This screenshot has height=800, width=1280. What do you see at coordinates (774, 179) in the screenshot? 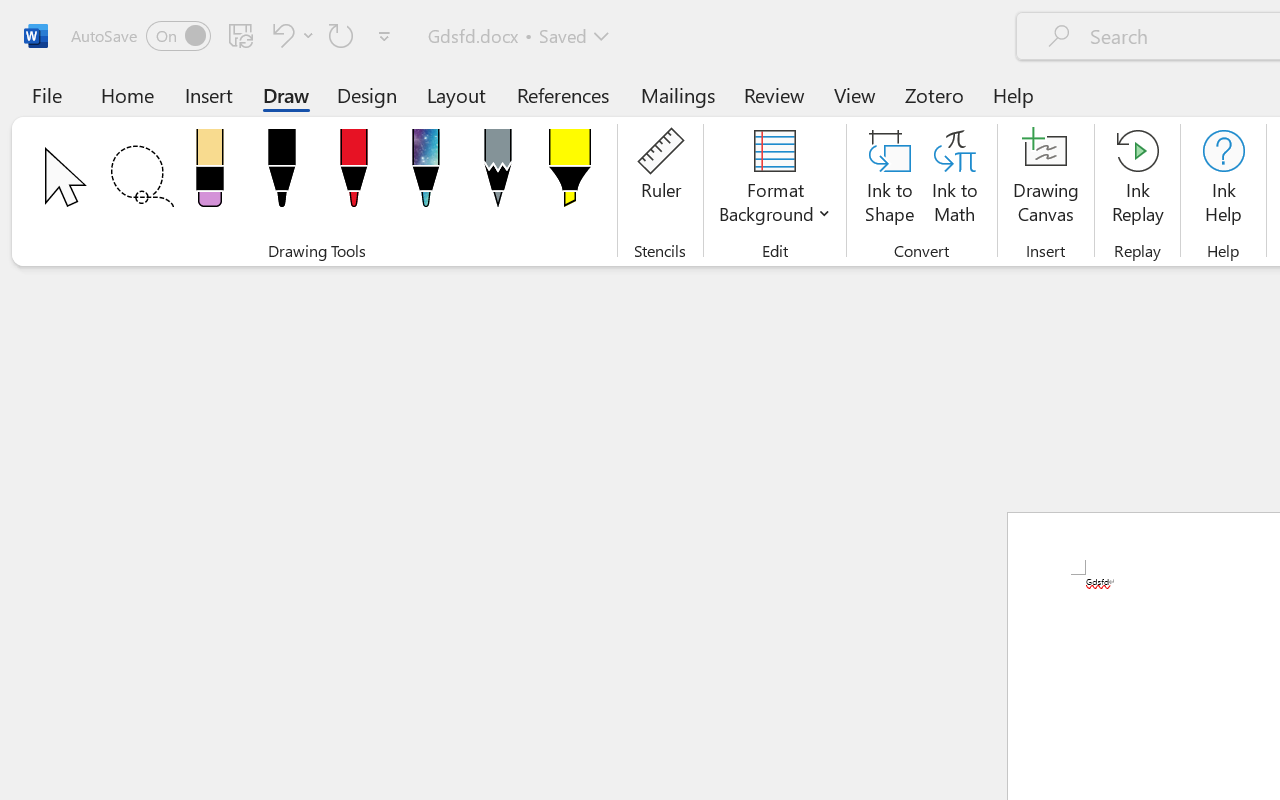
I see `'Format Background'` at bounding box center [774, 179].